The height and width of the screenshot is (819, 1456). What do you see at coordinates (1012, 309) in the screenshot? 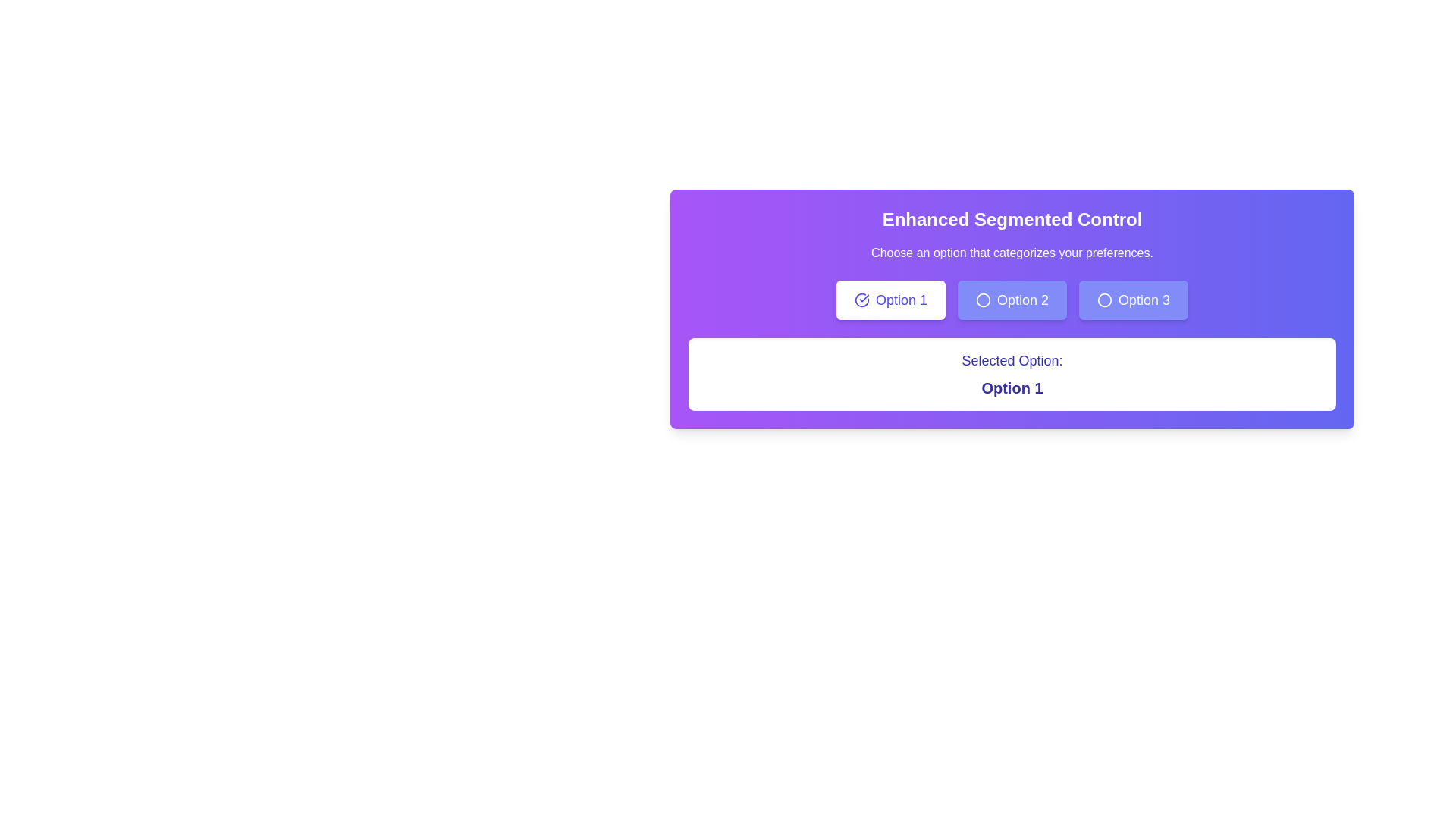
I see `the 'Option 1', 'Option 2', or 'Option 3' button in the Enhanced Segmented Control panel` at bounding box center [1012, 309].